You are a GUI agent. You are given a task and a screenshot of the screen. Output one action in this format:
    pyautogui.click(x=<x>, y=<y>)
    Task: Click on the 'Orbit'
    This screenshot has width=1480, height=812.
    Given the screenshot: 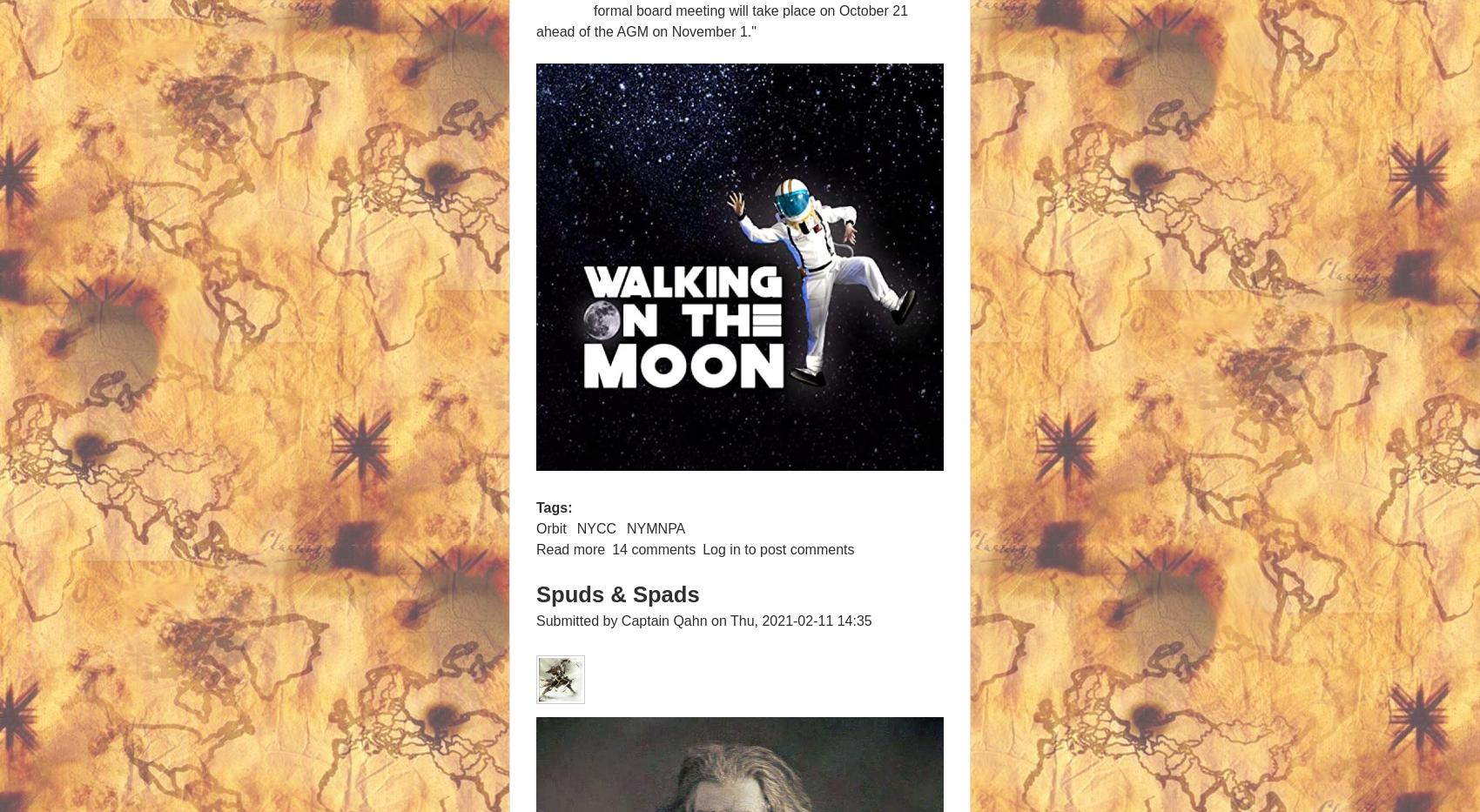 What is the action you would take?
    pyautogui.click(x=550, y=527)
    